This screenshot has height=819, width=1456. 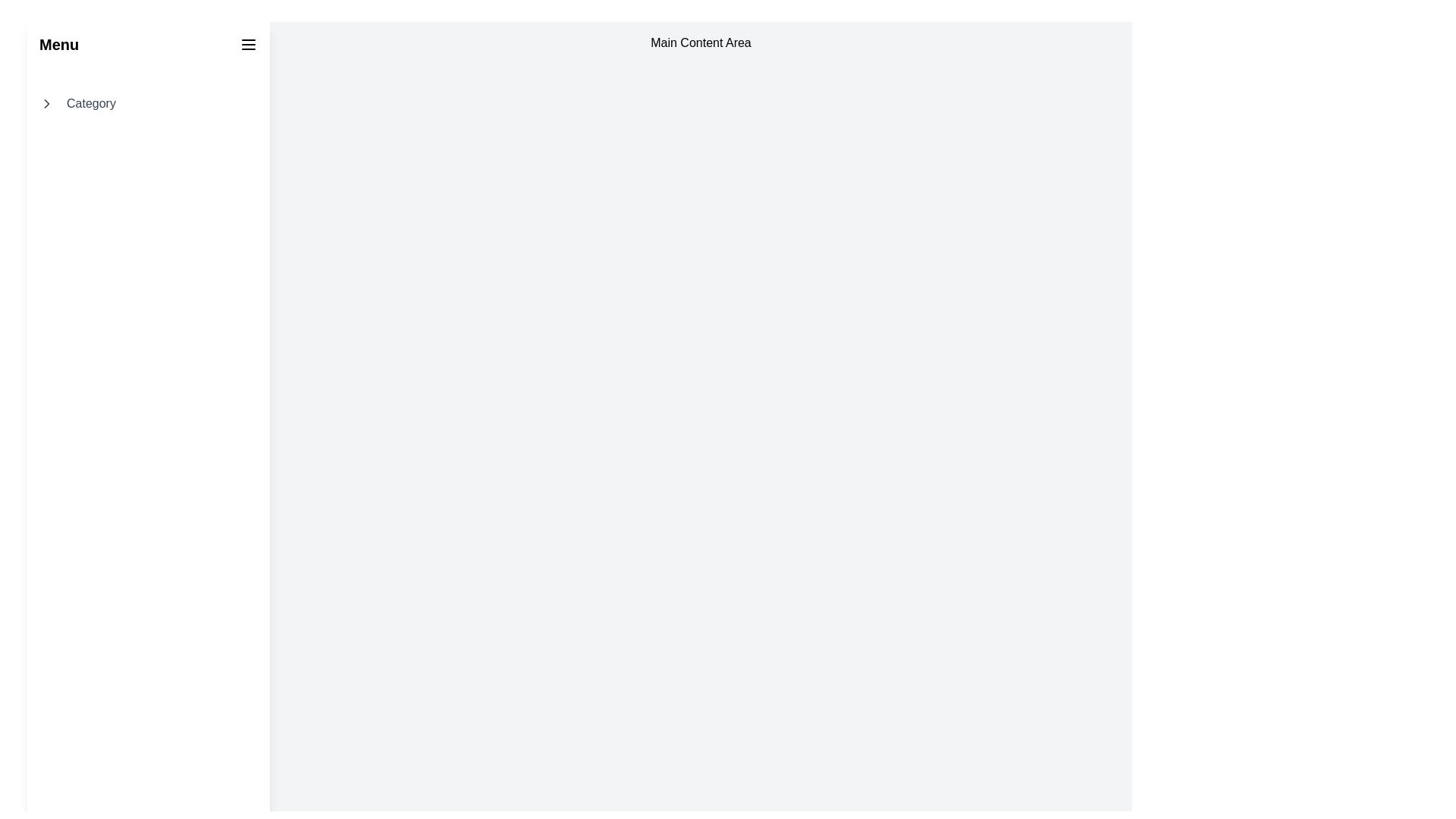 I want to click on the main text label of the menu item in the left sidebar, so click(x=90, y=103).